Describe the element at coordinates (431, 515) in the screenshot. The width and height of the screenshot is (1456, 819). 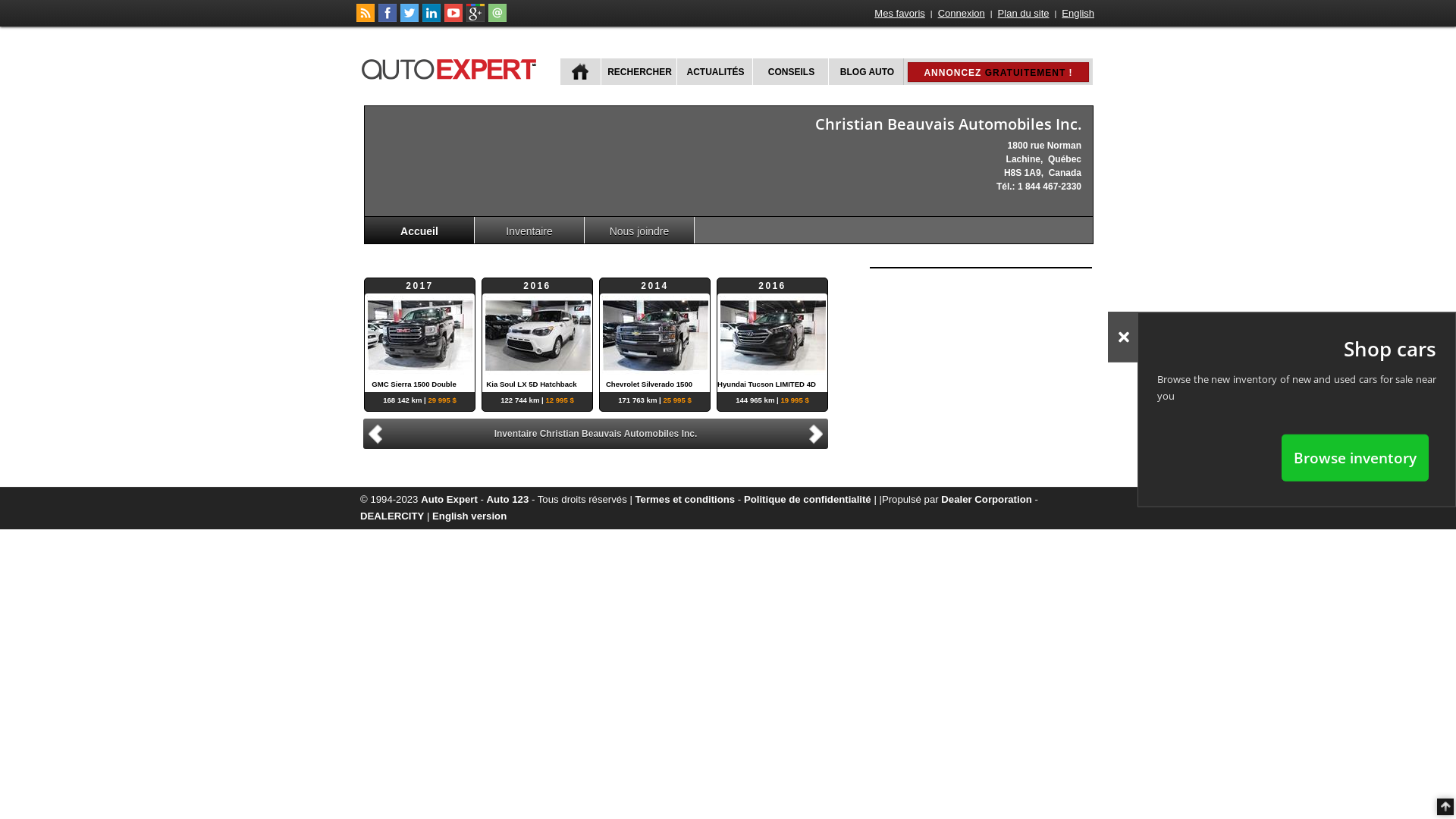
I see `'English version'` at that location.